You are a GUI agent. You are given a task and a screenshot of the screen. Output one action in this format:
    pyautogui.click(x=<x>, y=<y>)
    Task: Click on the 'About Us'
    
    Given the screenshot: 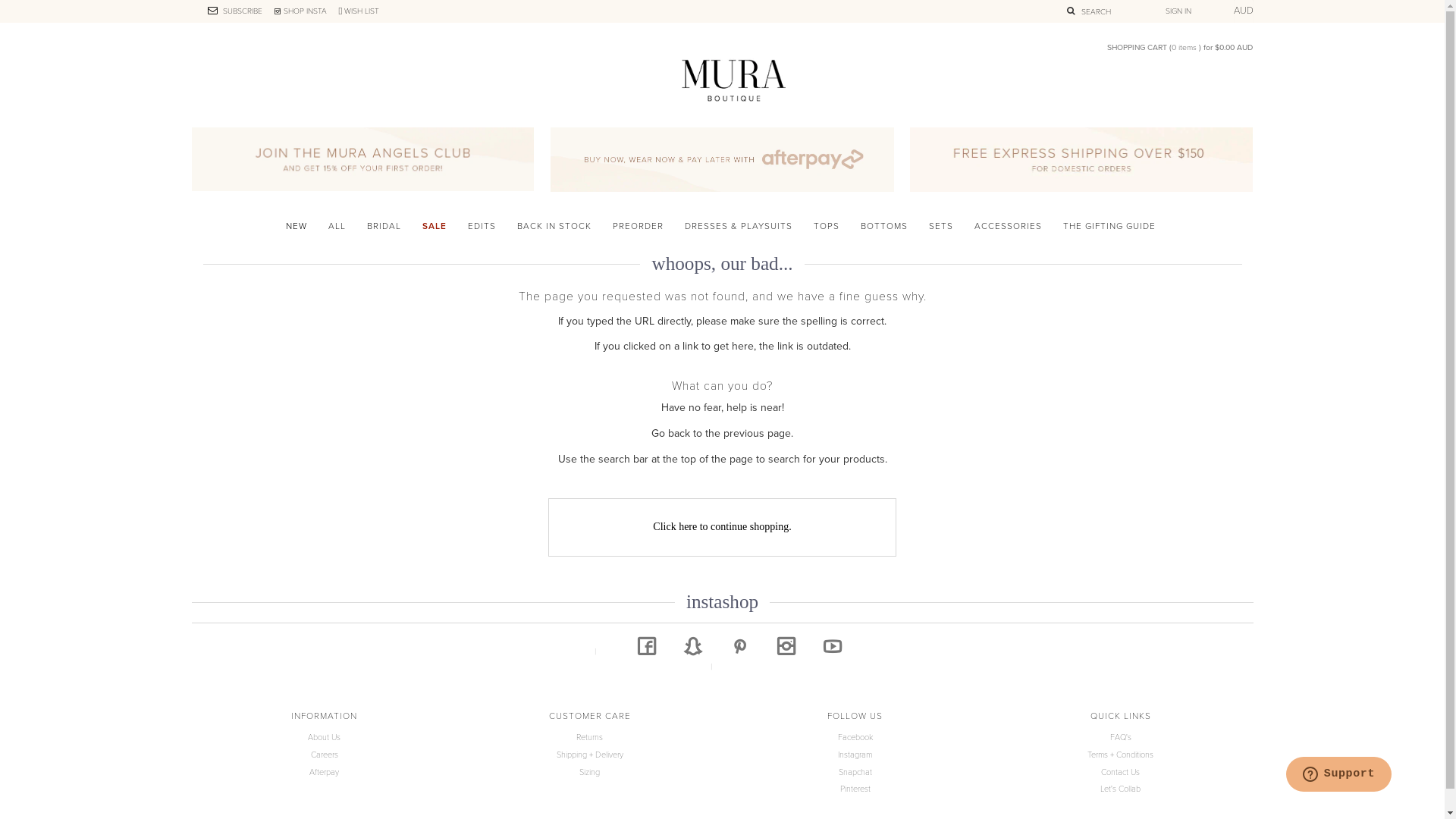 What is the action you would take?
    pyautogui.click(x=323, y=736)
    